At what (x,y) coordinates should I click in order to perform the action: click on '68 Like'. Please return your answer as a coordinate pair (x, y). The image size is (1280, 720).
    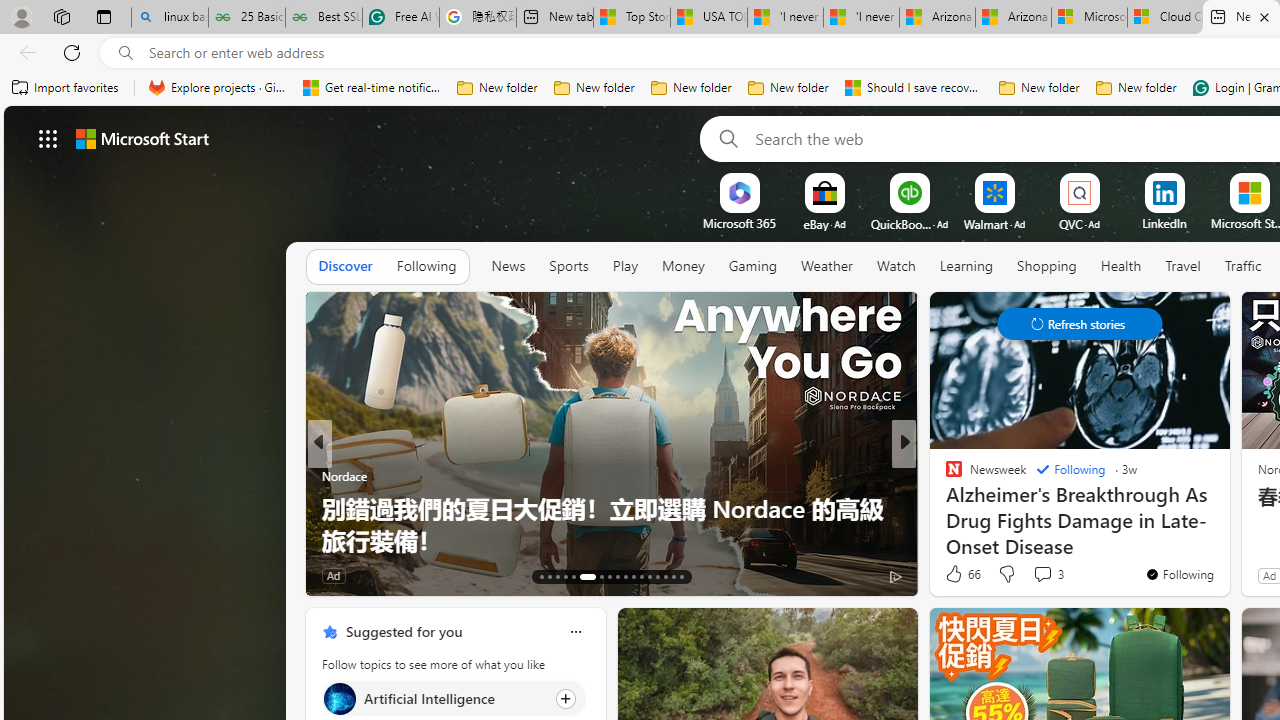
    Looking at the image, I should click on (955, 575).